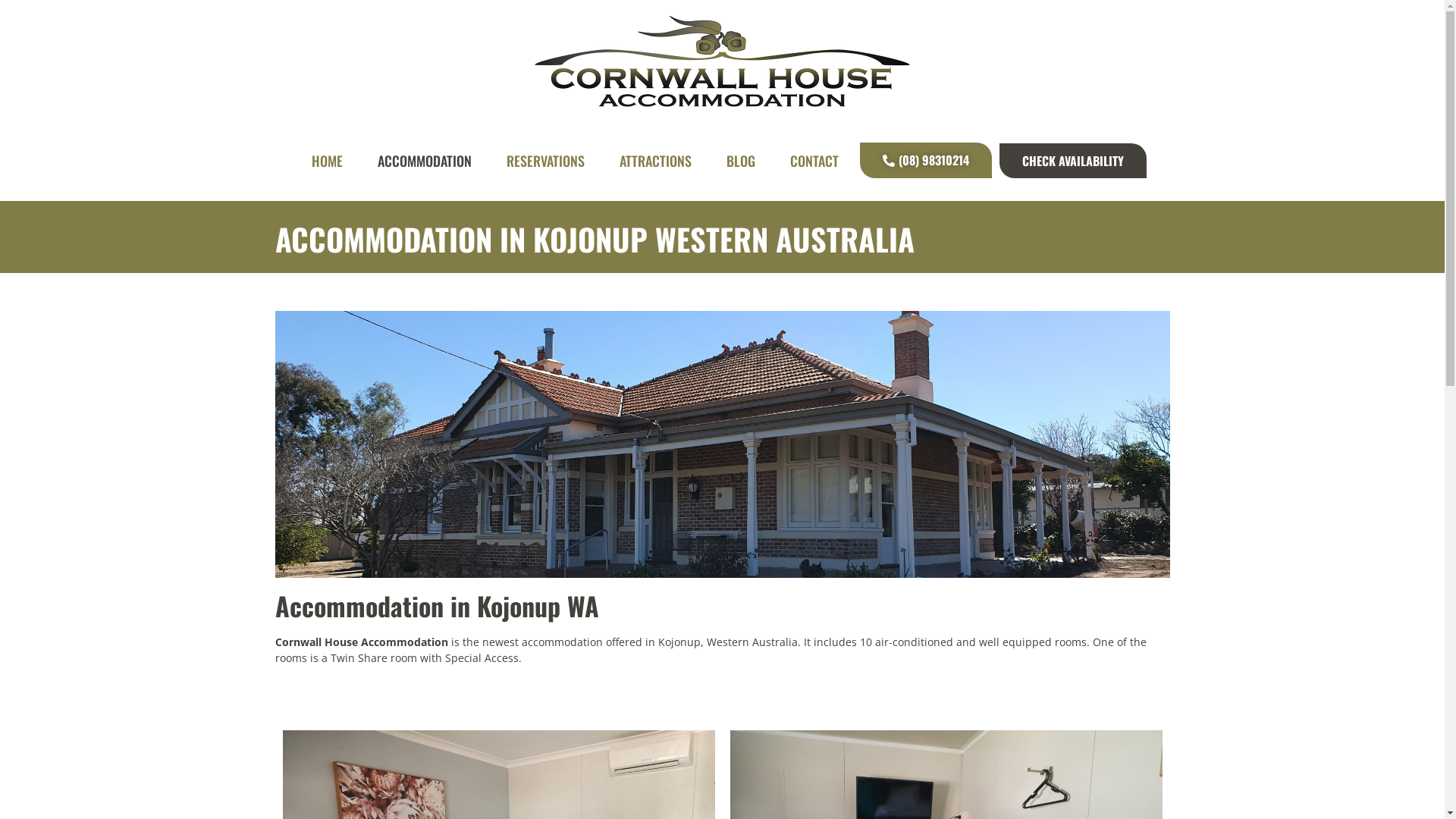 The width and height of the screenshot is (1456, 819). Describe the element at coordinates (425, 160) in the screenshot. I see `'ACCOMMODATION'` at that location.